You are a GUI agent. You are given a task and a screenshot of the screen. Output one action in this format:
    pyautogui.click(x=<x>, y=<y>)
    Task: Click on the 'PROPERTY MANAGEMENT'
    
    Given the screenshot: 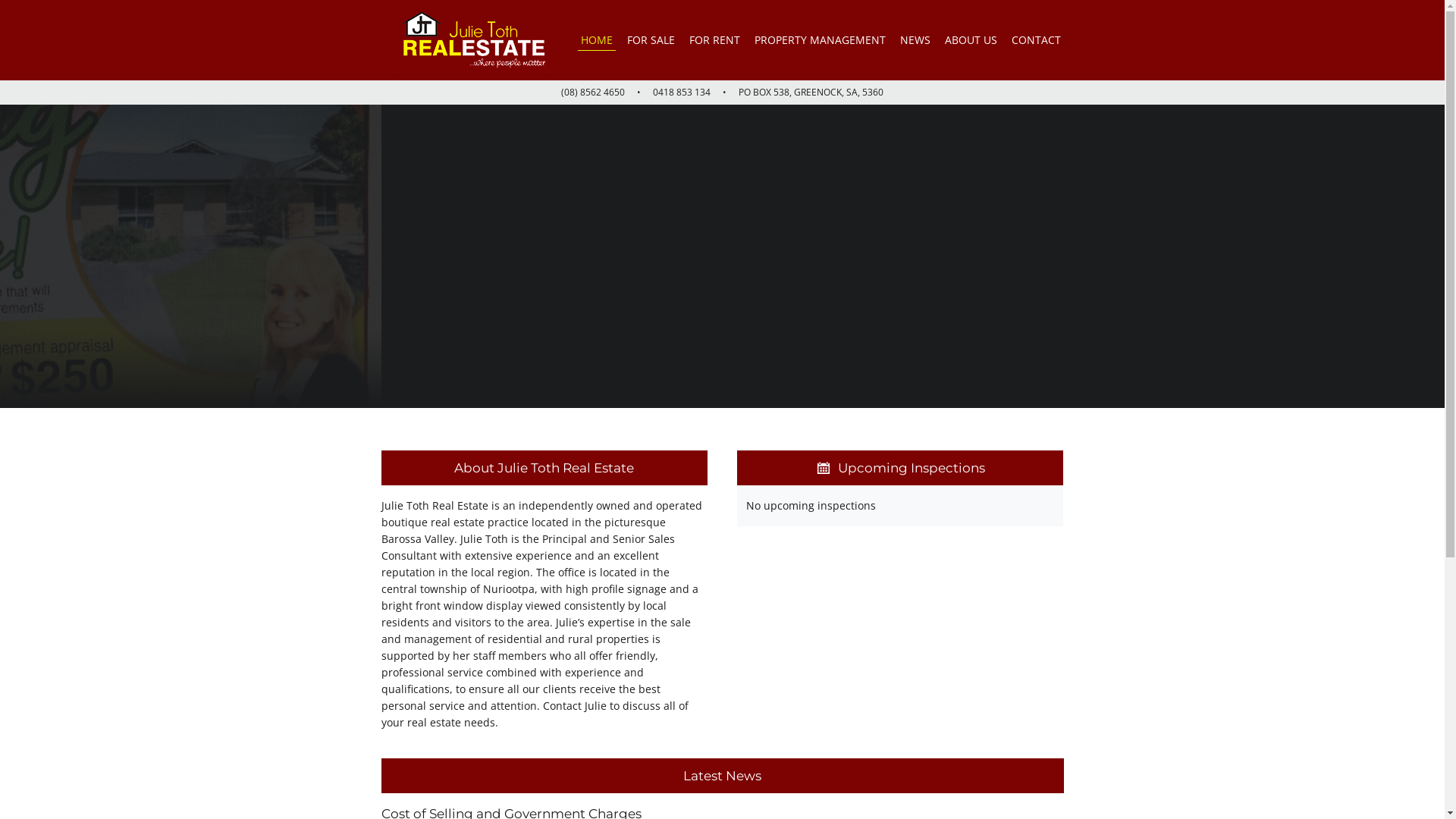 What is the action you would take?
    pyautogui.click(x=818, y=39)
    